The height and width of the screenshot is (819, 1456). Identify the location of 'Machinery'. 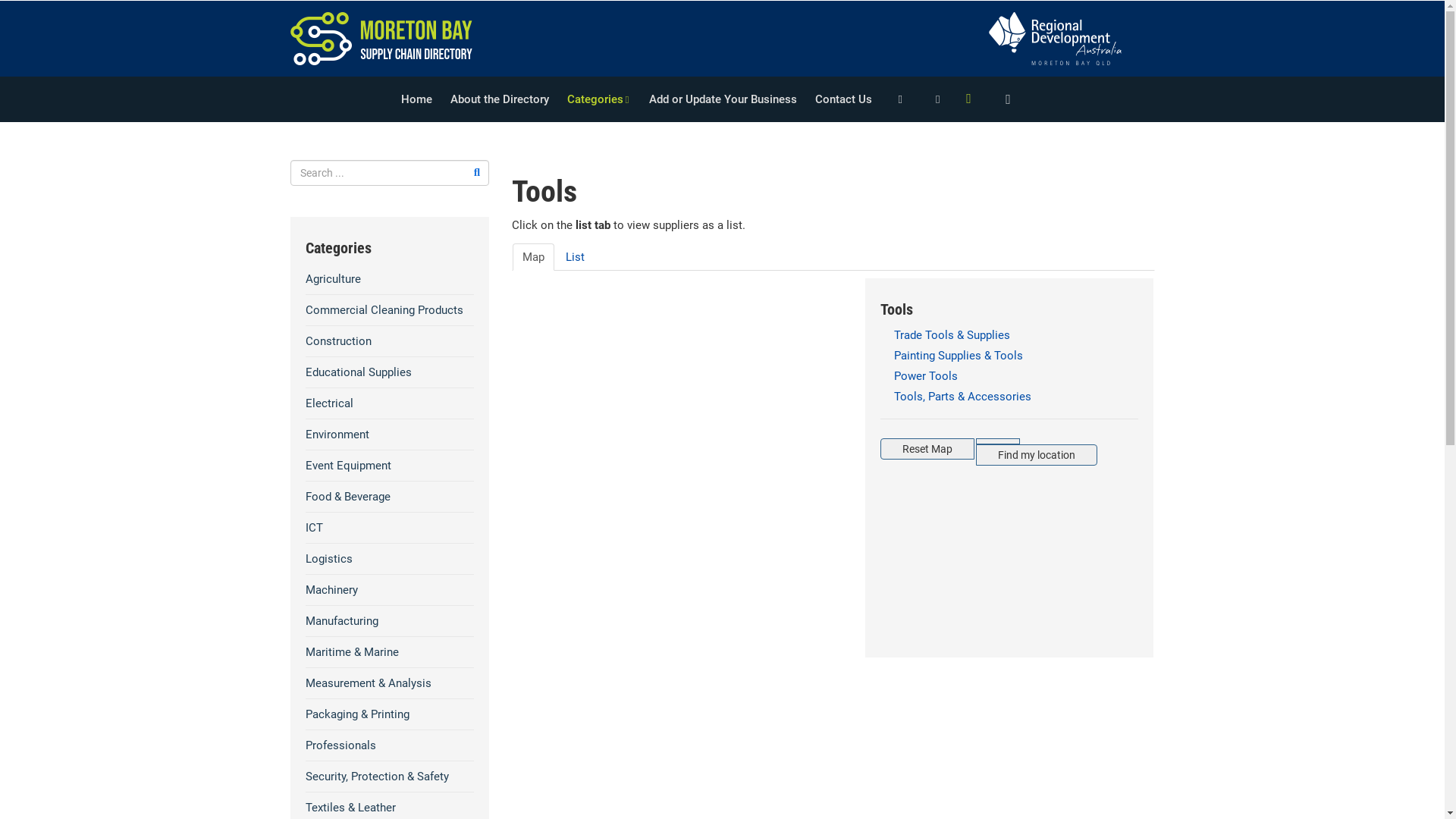
(389, 589).